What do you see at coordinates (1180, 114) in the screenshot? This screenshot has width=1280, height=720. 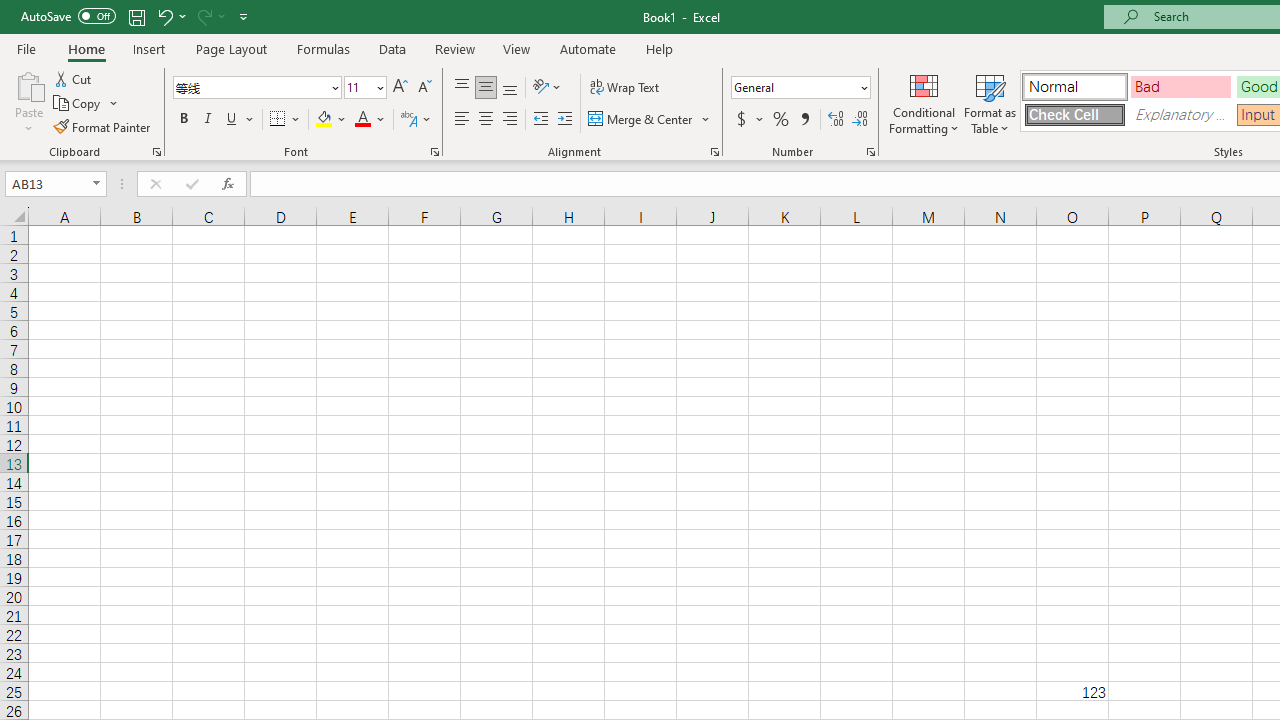 I see `'Explanatory Text'` at bounding box center [1180, 114].